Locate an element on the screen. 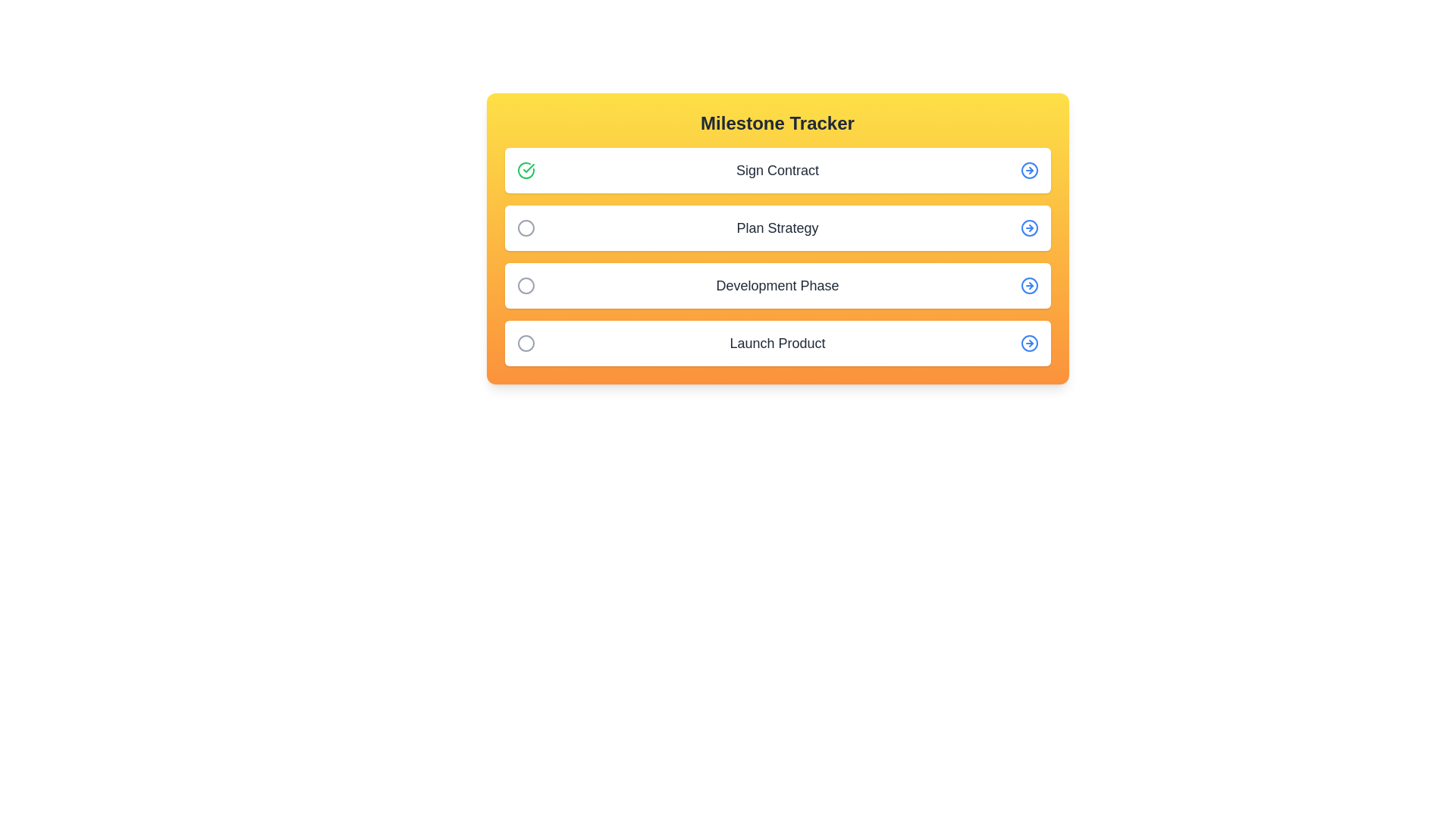  the SVG circle that represents the milestone status indicator in the 'Development Phase' row of the milestone tracker is located at coordinates (1029, 286).